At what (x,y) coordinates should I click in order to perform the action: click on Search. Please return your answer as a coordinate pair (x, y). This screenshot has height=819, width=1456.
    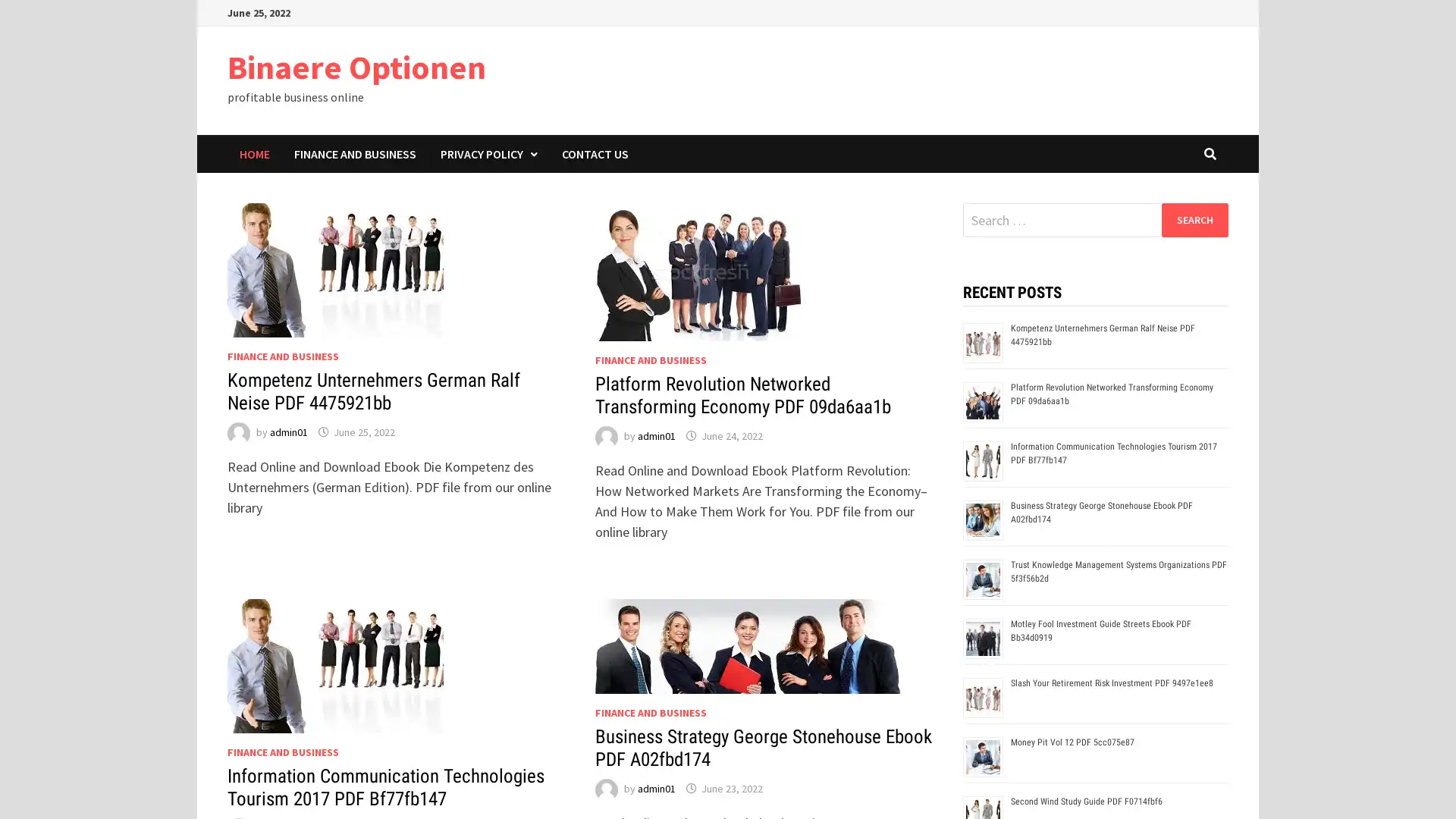
    Looking at the image, I should click on (1194, 219).